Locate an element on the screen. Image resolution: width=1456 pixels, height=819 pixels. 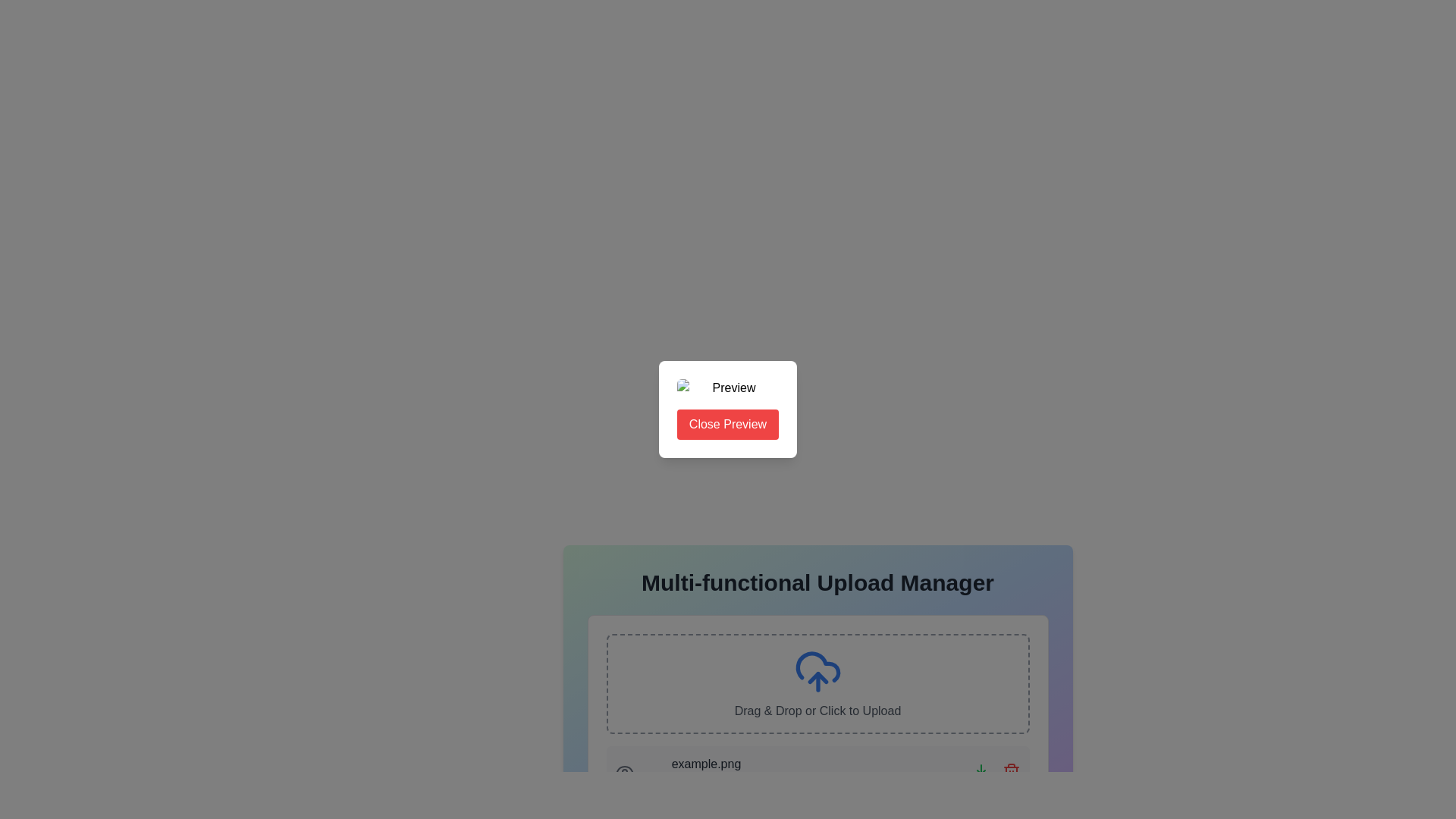
the File upload area, which is styled with a dashed border and contains an upload icon above the text 'Drag & Drop or Click to Upload', located in the 'Multi-functional Upload Manager' section is located at coordinates (817, 716).